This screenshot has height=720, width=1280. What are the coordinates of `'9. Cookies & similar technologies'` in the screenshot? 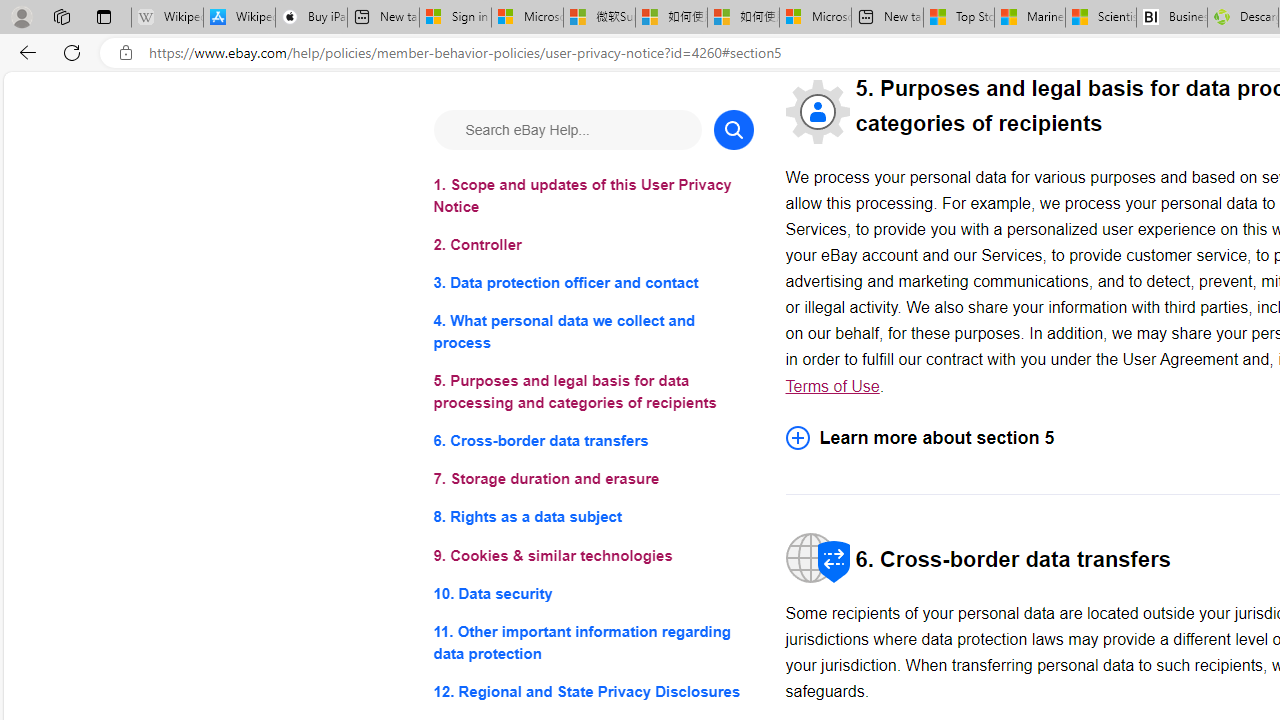 It's located at (592, 555).